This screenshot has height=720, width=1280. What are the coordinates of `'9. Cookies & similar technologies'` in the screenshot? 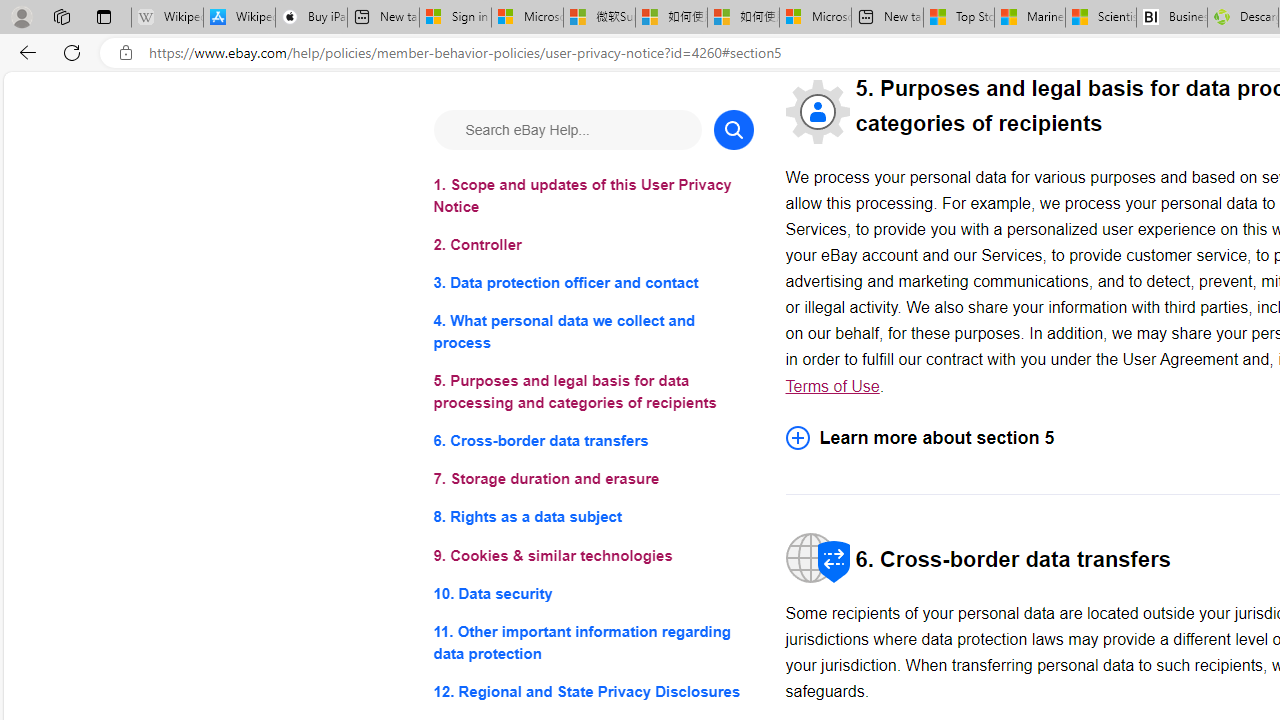 It's located at (592, 555).